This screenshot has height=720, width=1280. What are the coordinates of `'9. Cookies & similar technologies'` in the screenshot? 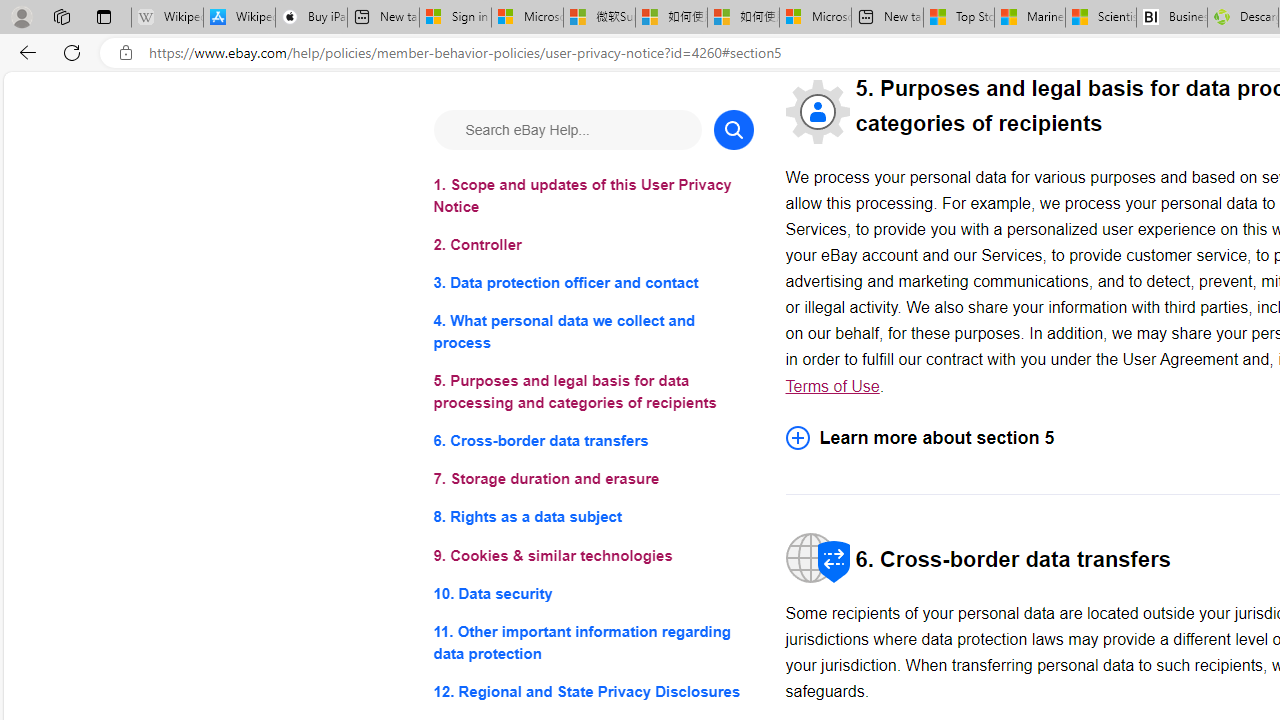 It's located at (592, 555).